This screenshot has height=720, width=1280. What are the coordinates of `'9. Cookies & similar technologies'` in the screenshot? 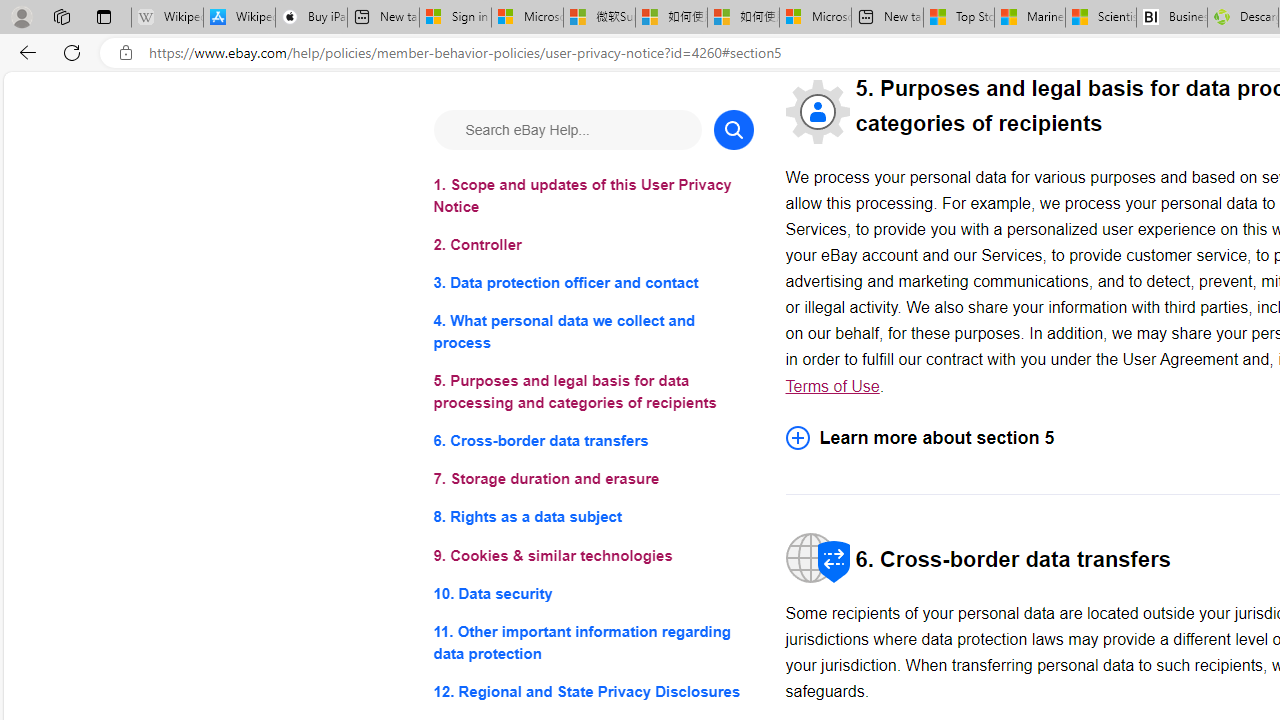 It's located at (592, 555).